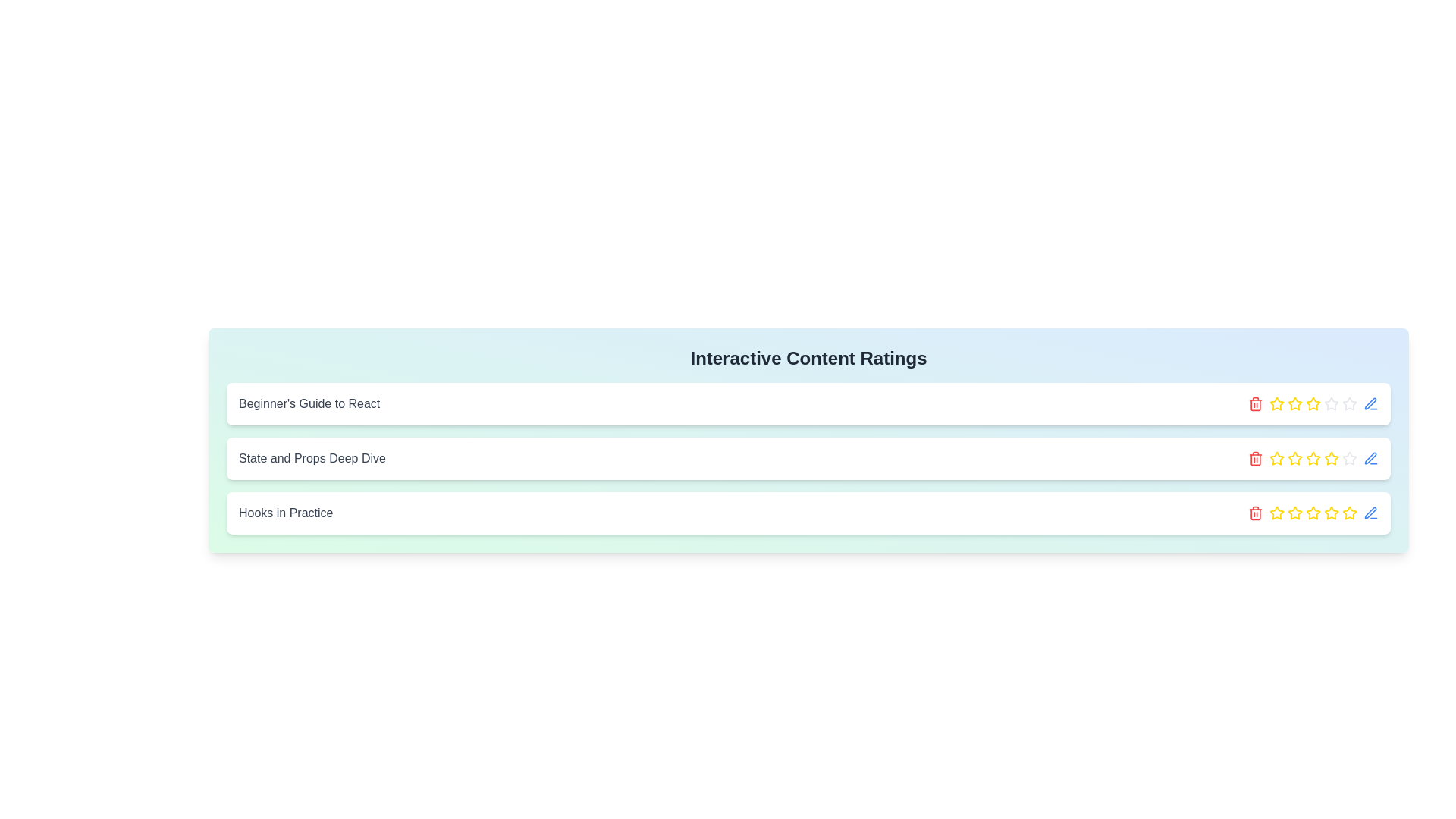  Describe the element at coordinates (1313, 403) in the screenshot. I see `the fourth star icon in the rating system, which is outlined in yellow and has a hollow center` at that location.